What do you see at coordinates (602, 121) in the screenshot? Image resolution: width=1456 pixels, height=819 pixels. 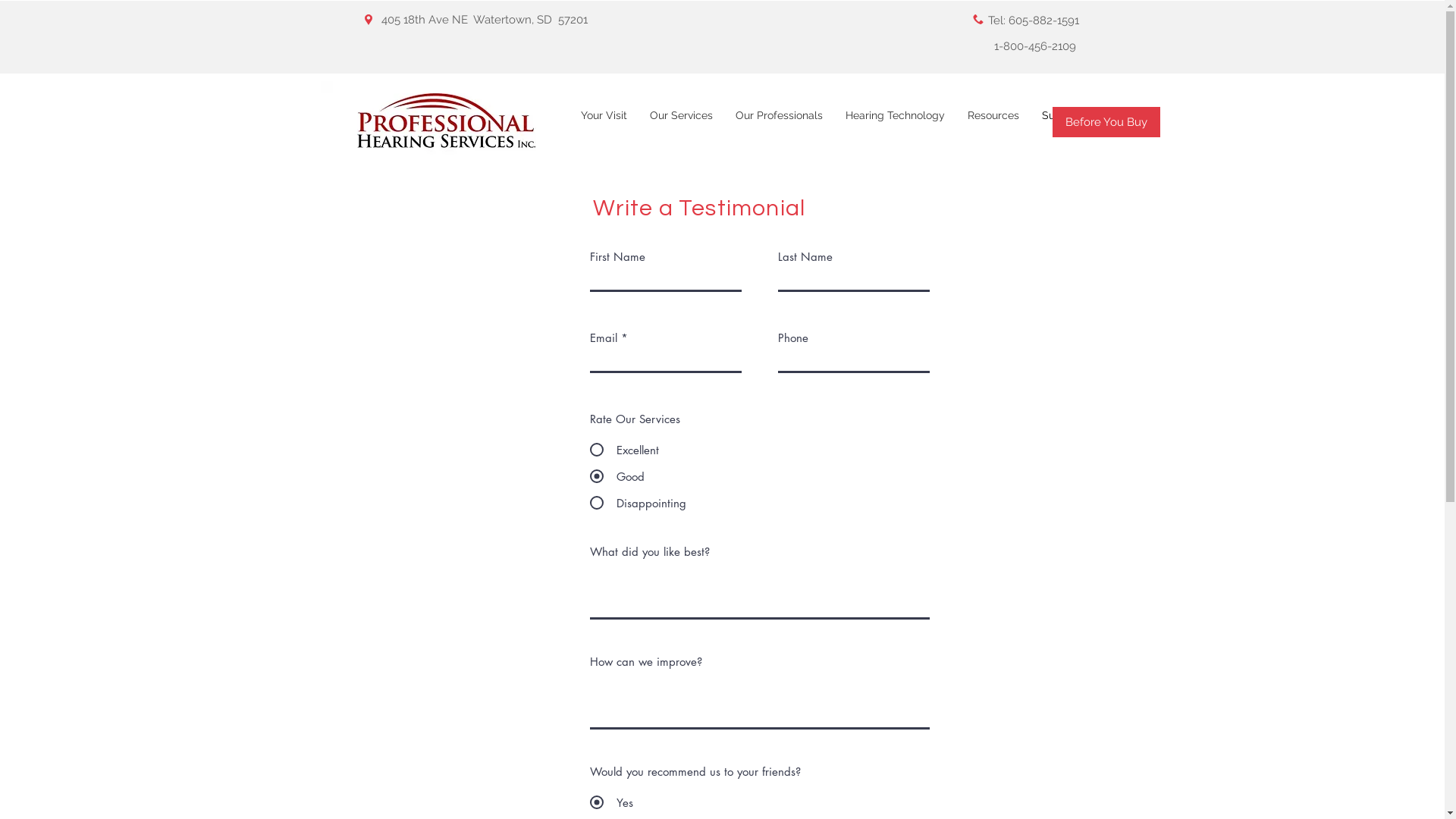 I see `'Your Visit'` at bounding box center [602, 121].